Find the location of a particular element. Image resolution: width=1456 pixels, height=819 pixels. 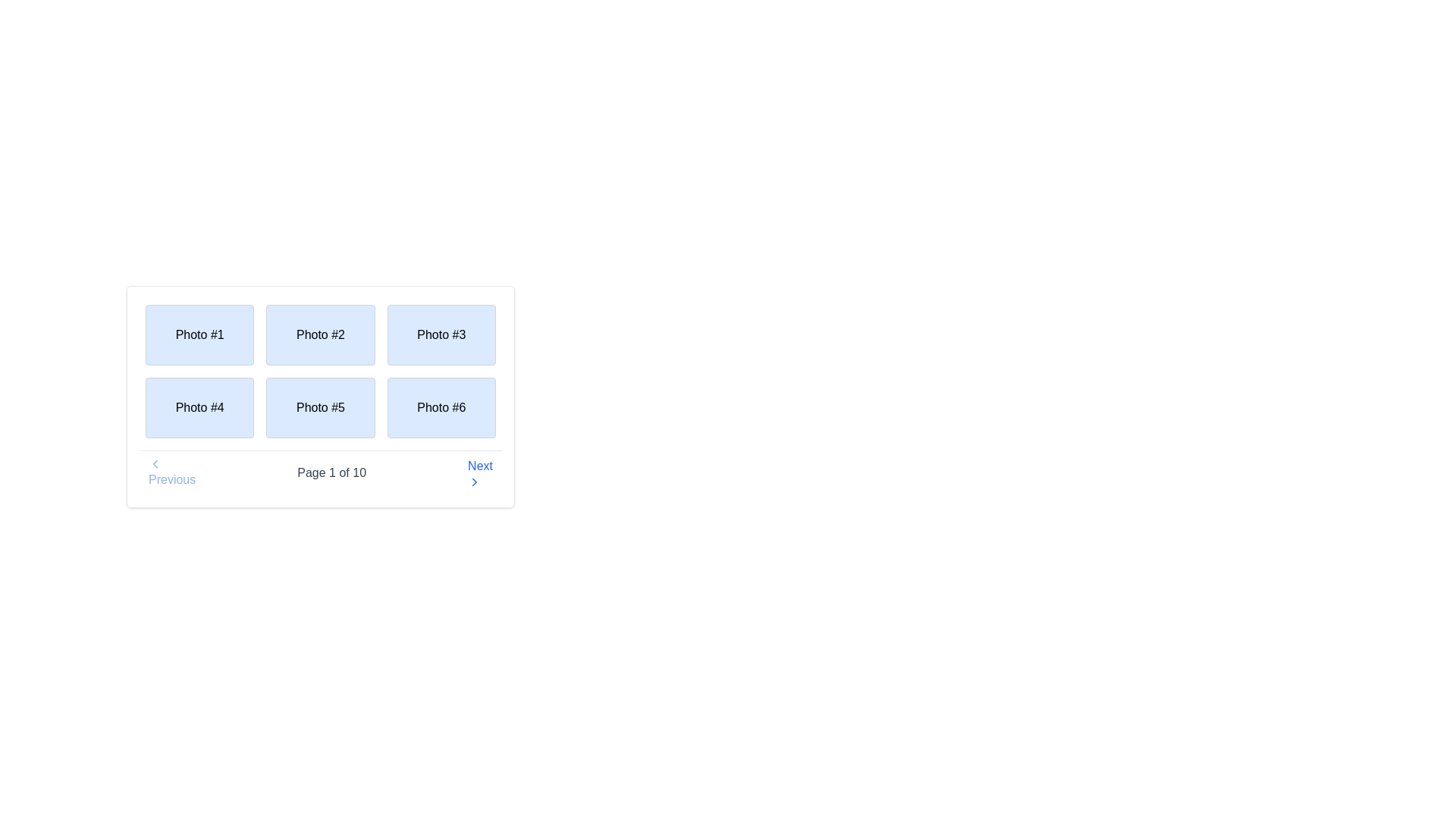

the 'Photo #2' button, which is the second button in the first row of a grid layout is located at coordinates (319, 334).